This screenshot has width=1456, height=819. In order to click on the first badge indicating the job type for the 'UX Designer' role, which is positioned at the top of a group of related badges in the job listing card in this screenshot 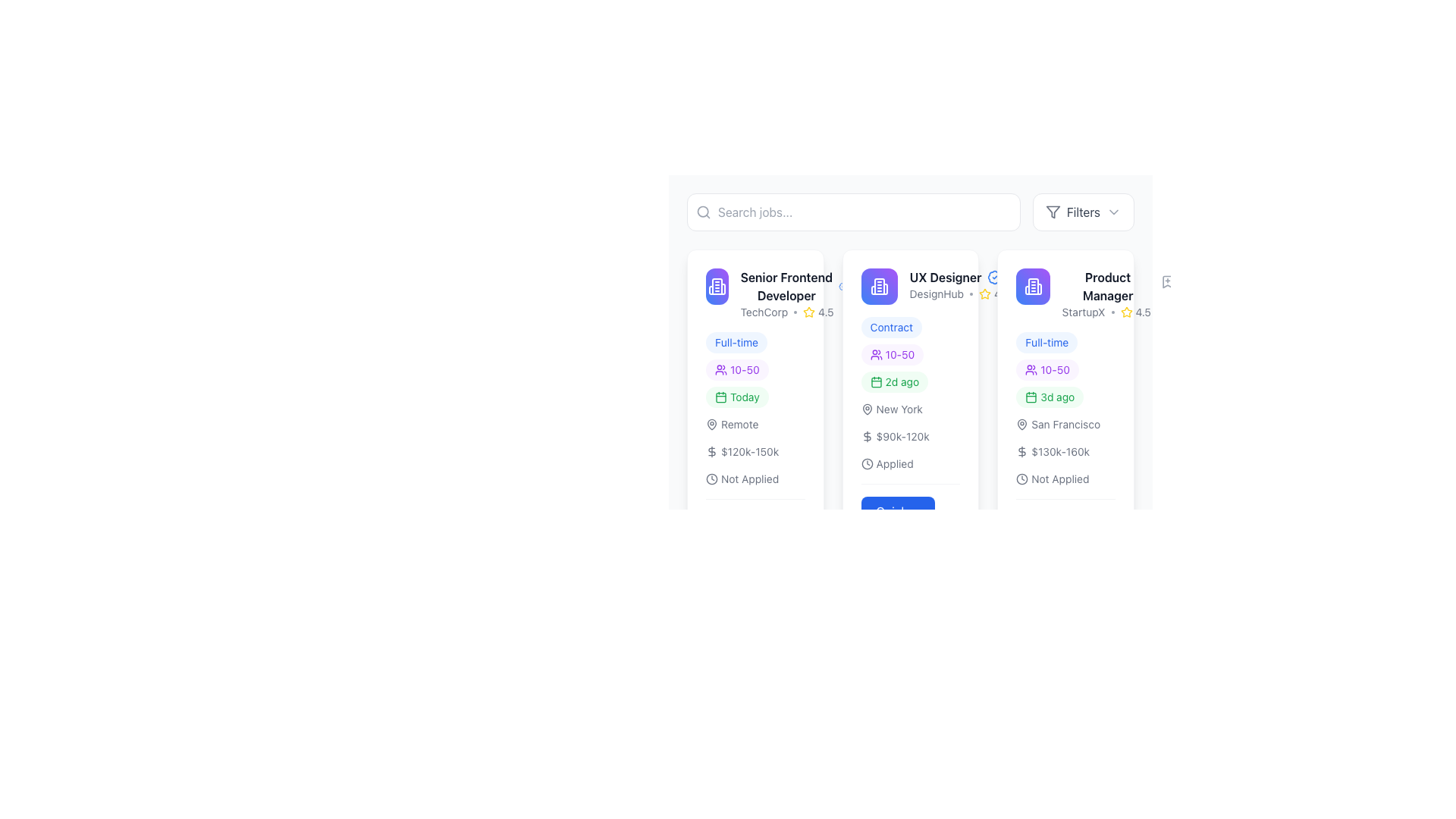, I will do `click(891, 327)`.